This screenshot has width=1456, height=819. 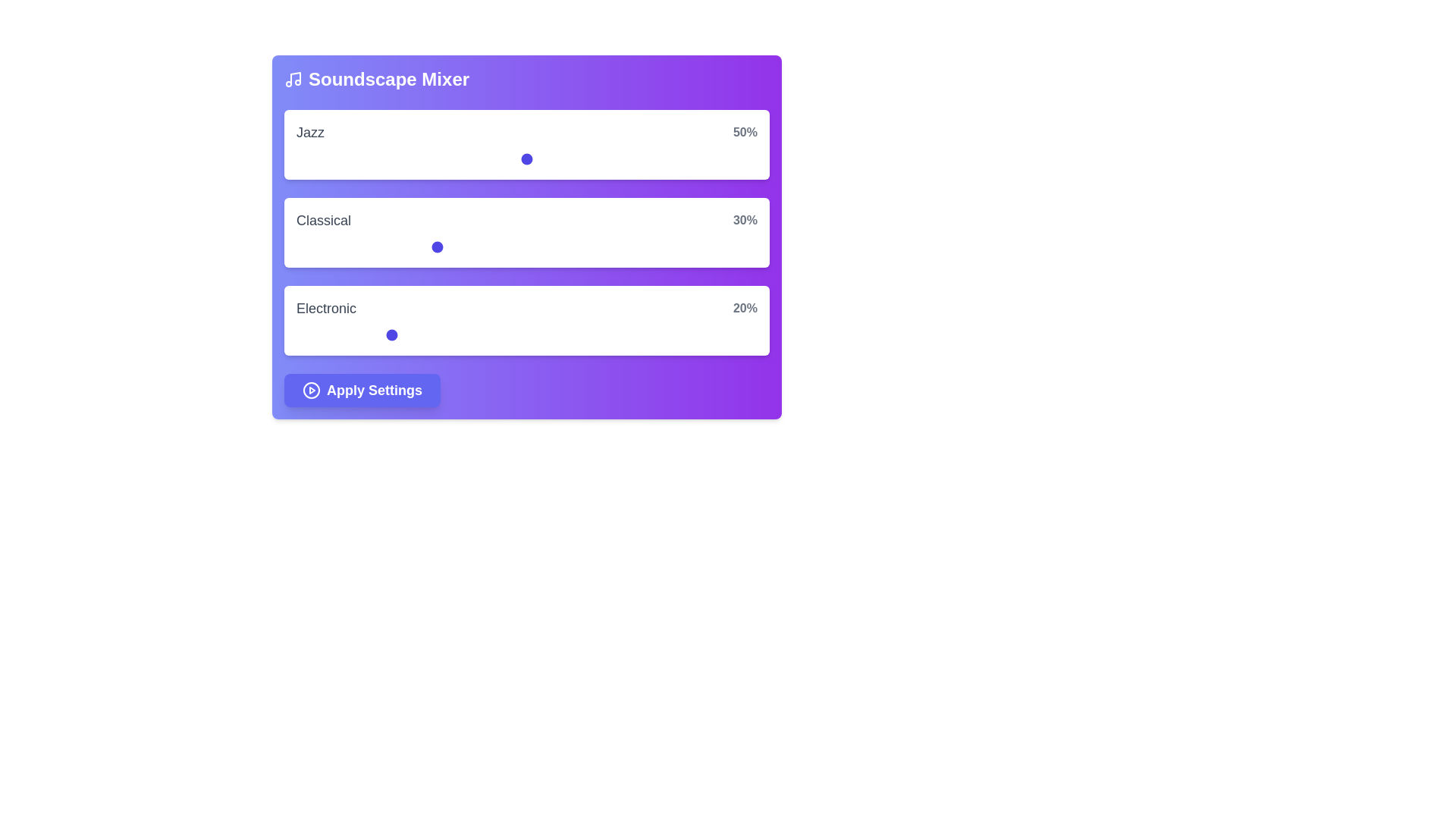 What do you see at coordinates (362, 390) in the screenshot?
I see `'Apply Settings' button to apply the soundscape settings` at bounding box center [362, 390].